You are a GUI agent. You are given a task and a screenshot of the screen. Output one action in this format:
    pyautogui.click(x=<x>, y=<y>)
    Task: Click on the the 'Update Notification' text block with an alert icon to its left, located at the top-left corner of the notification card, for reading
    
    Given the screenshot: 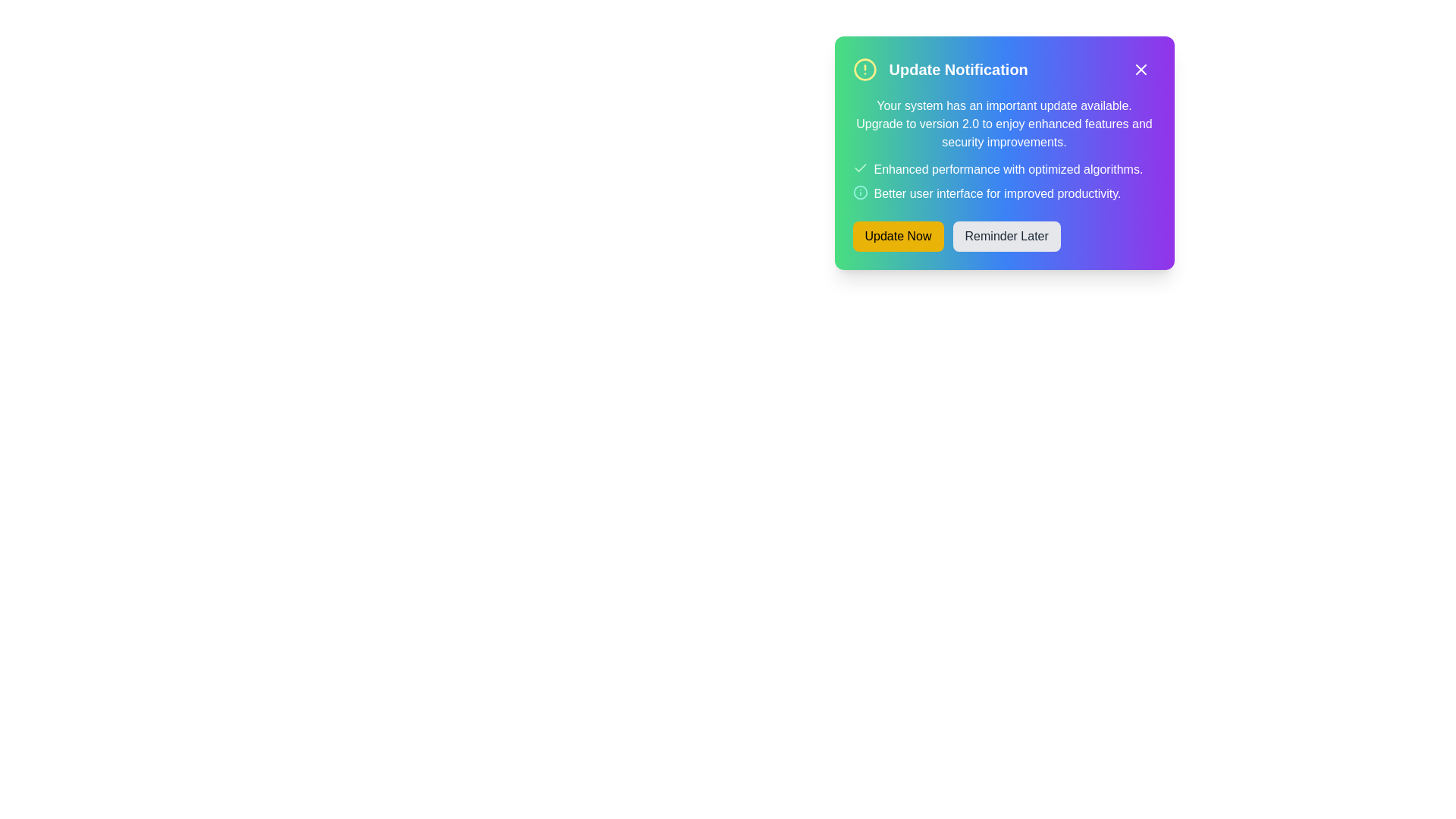 What is the action you would take?
    pyautogui.click(x=940, y=70)
    